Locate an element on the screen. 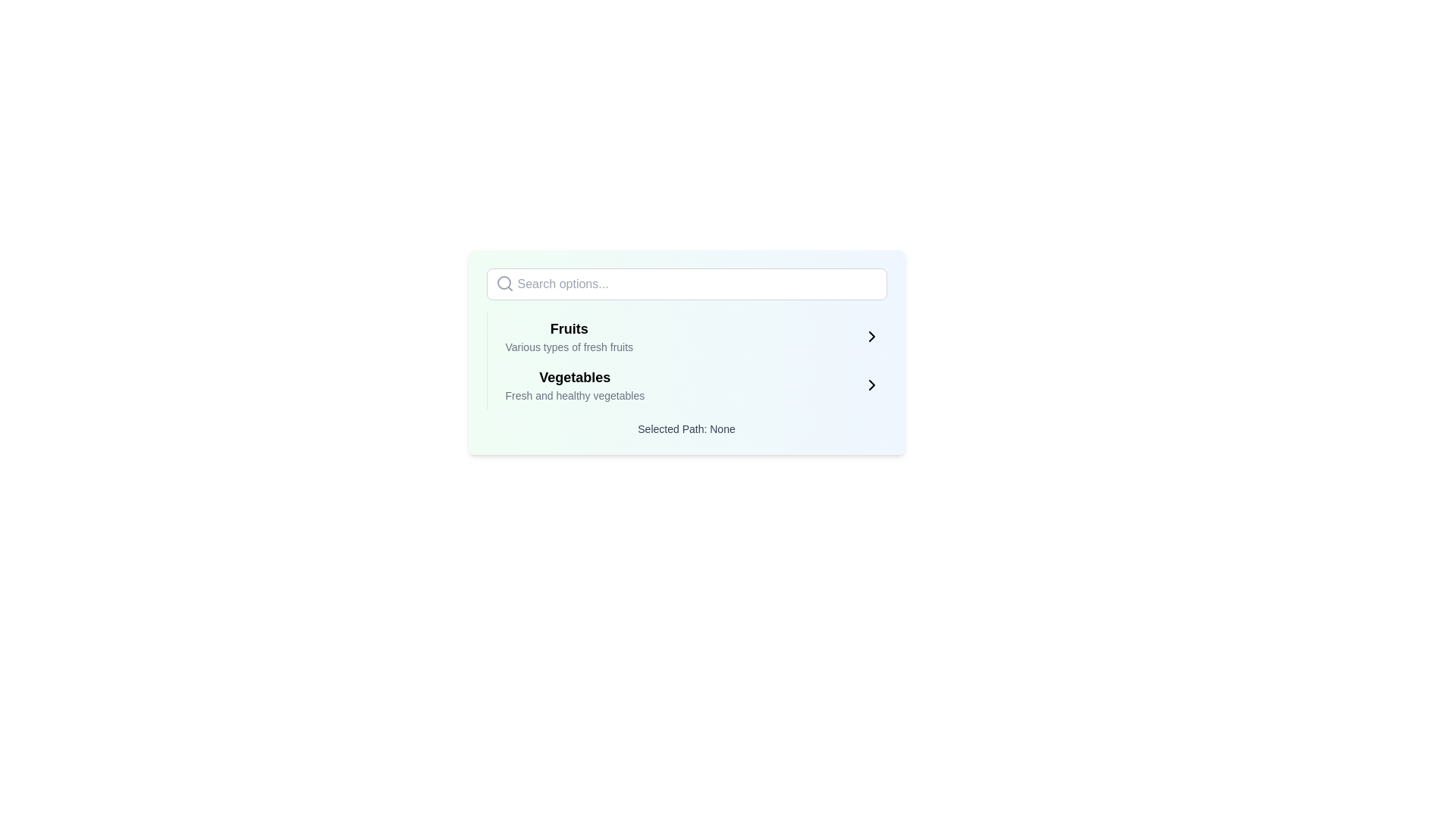 The height and width of the screenshot is (819, 1456). first selectable item in the list labeled 'Fruits' using a developer tool is located at coordinates (692, 335).